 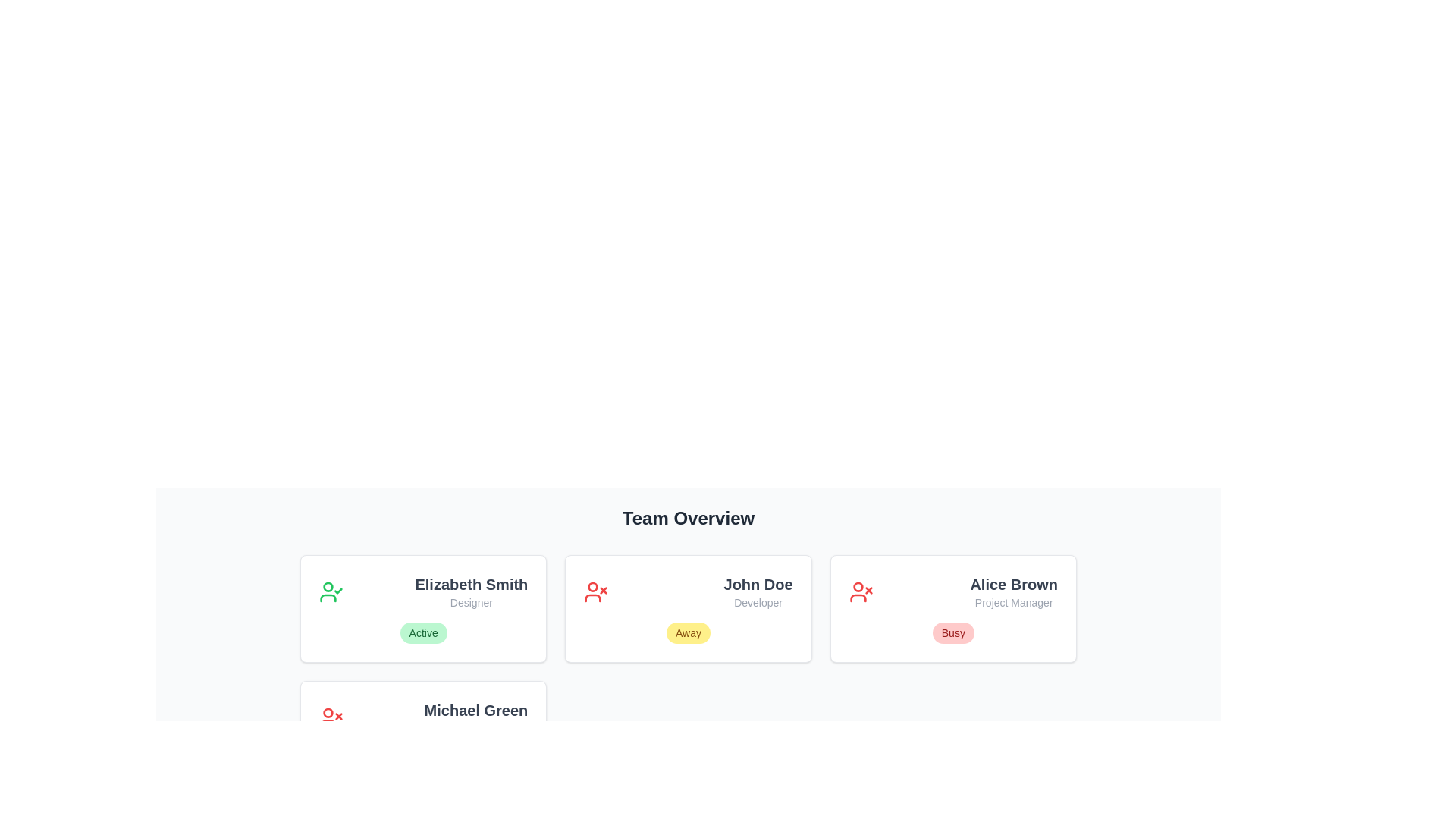 I want to click on the user figure icon with a checkmark styled in green, located to the left of 'Elizabeth Smith' in the team overview layout, so click(x=330, y=591).